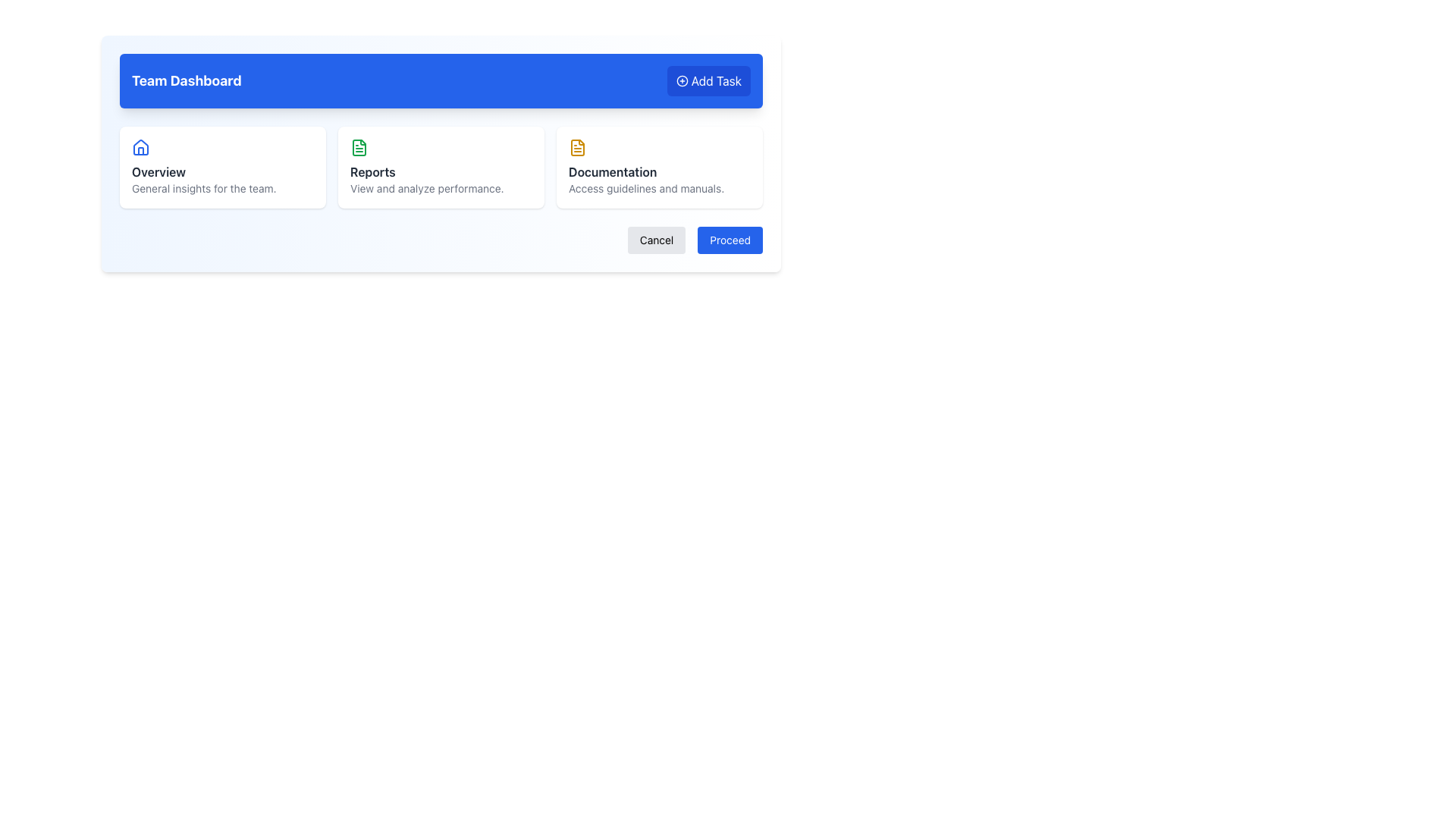  I want to click on the 'Overview' icon located in the first column of three horizontal cards under the 'Team Dashboard' title, so click(141, 146).